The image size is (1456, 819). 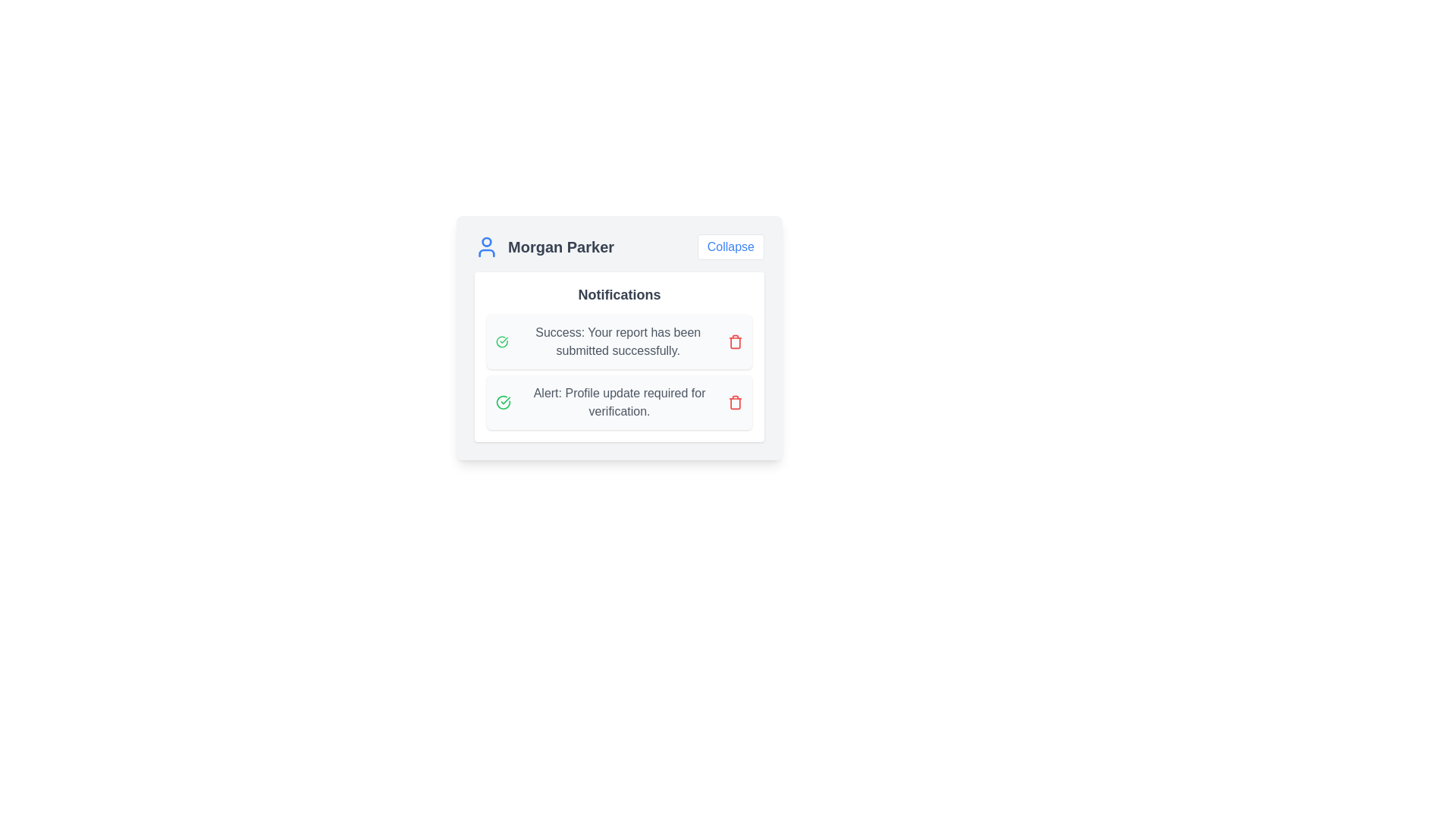 I want to click on the positive verification icon located to the left of the notification text 'Alert: Profile update required for verification.', so click(x=504, y=402).